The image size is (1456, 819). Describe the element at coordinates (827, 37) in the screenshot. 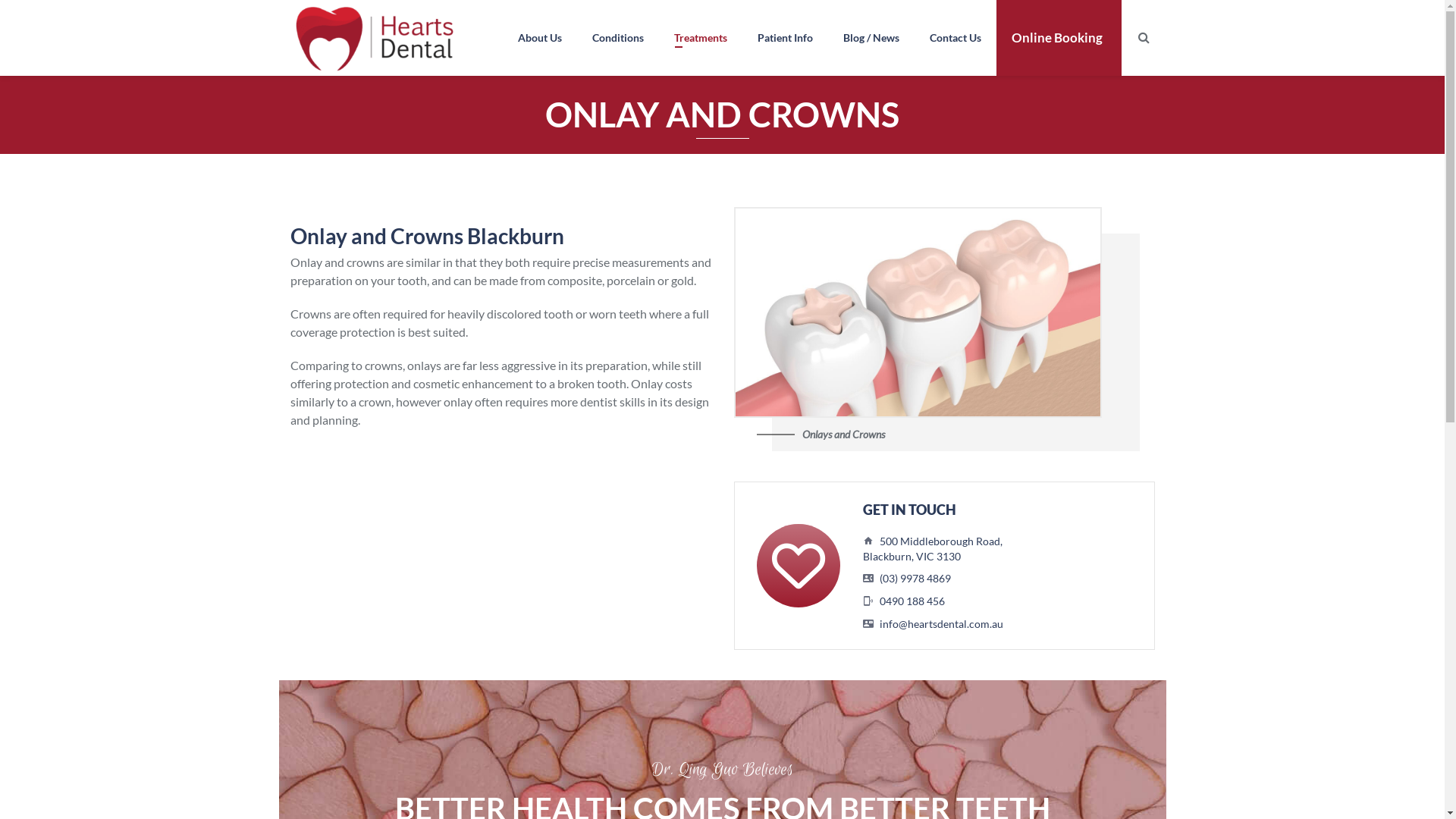

I see `'Blog / News'` at that location.